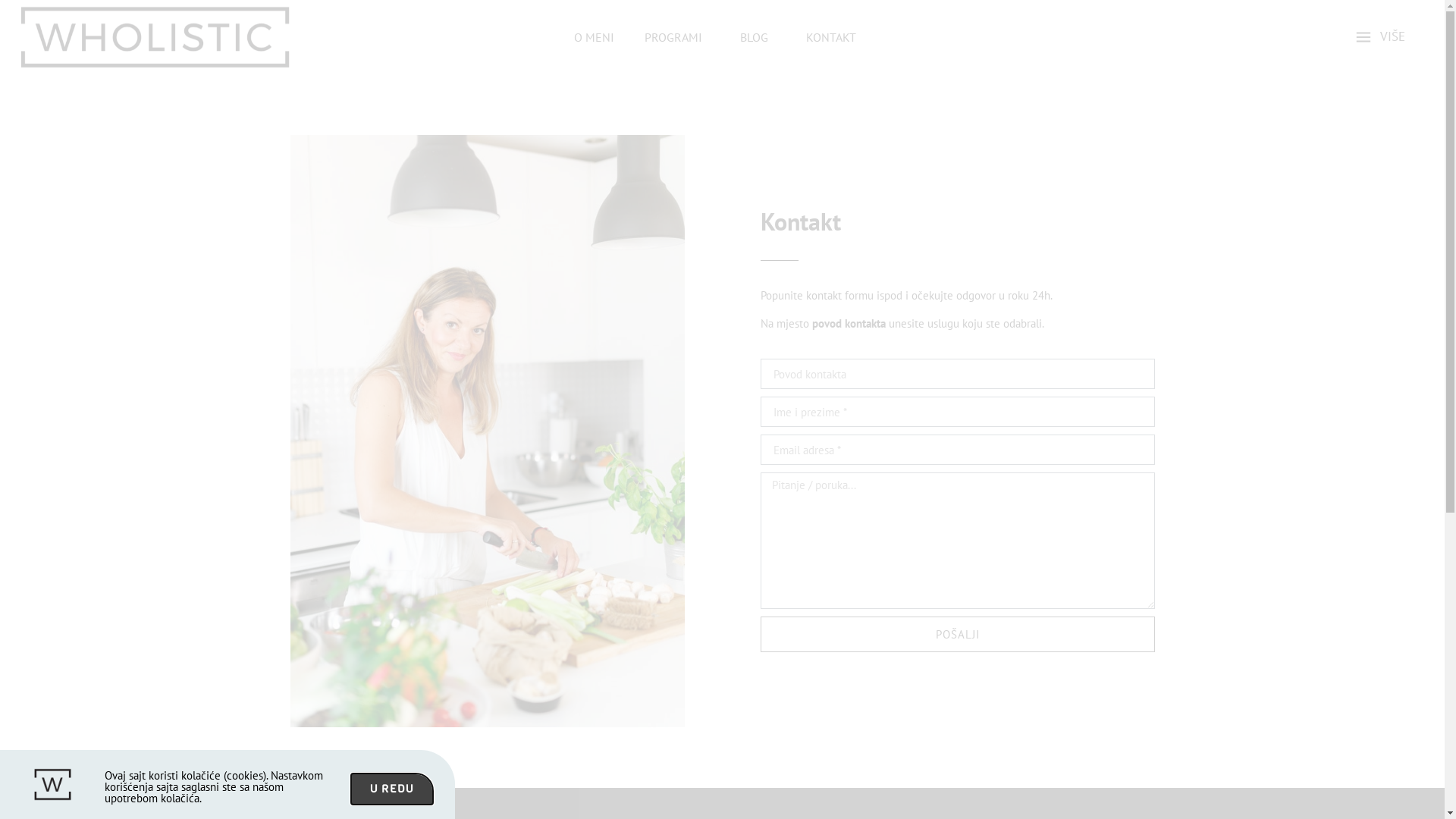  What do you see at coordinates (592, 36) in the screenshot?
I see `'O MENI'` at bounding box center [592, 36].